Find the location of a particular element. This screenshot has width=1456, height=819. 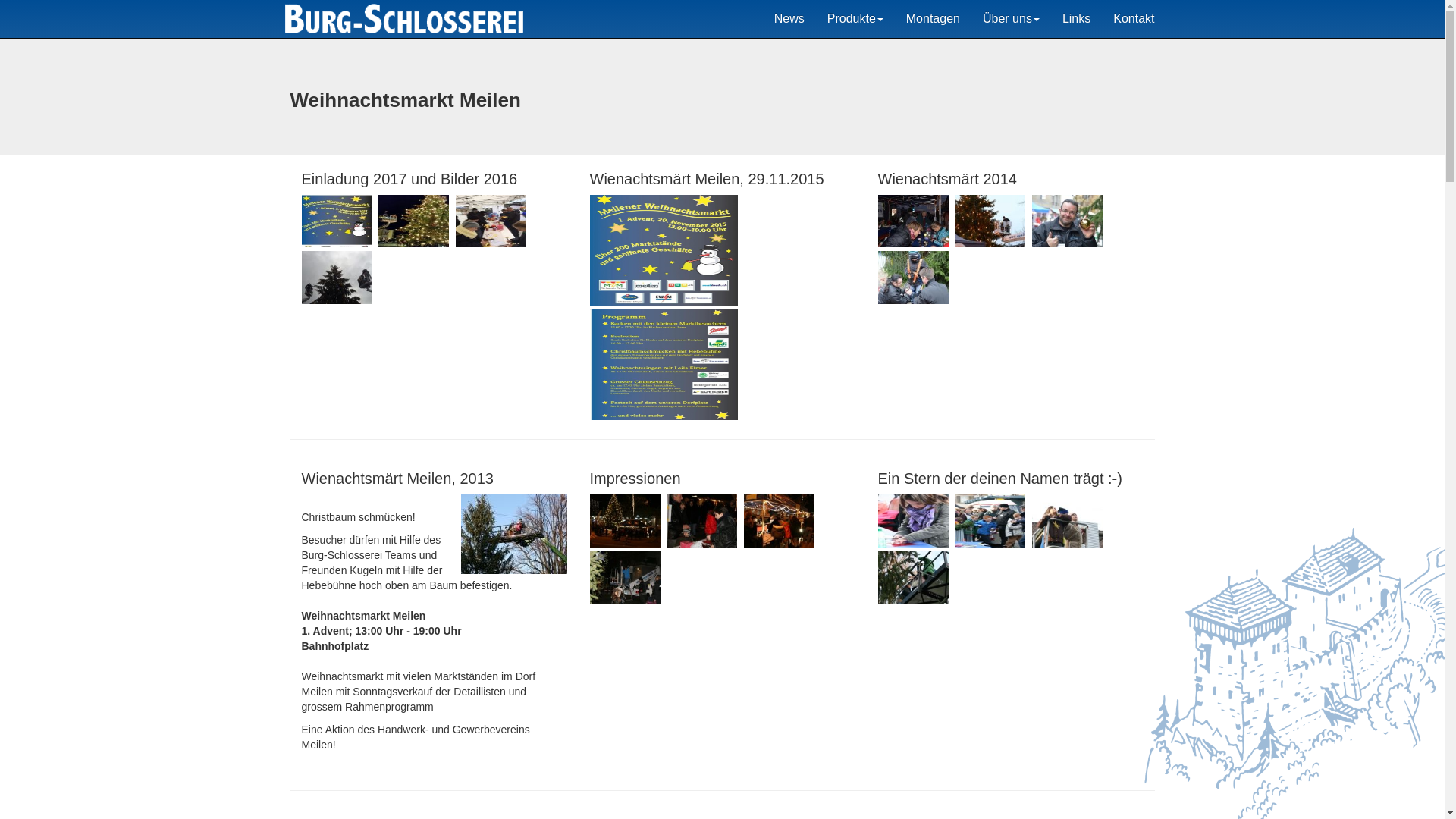

'Links' is located at coordinates (1075, 18).